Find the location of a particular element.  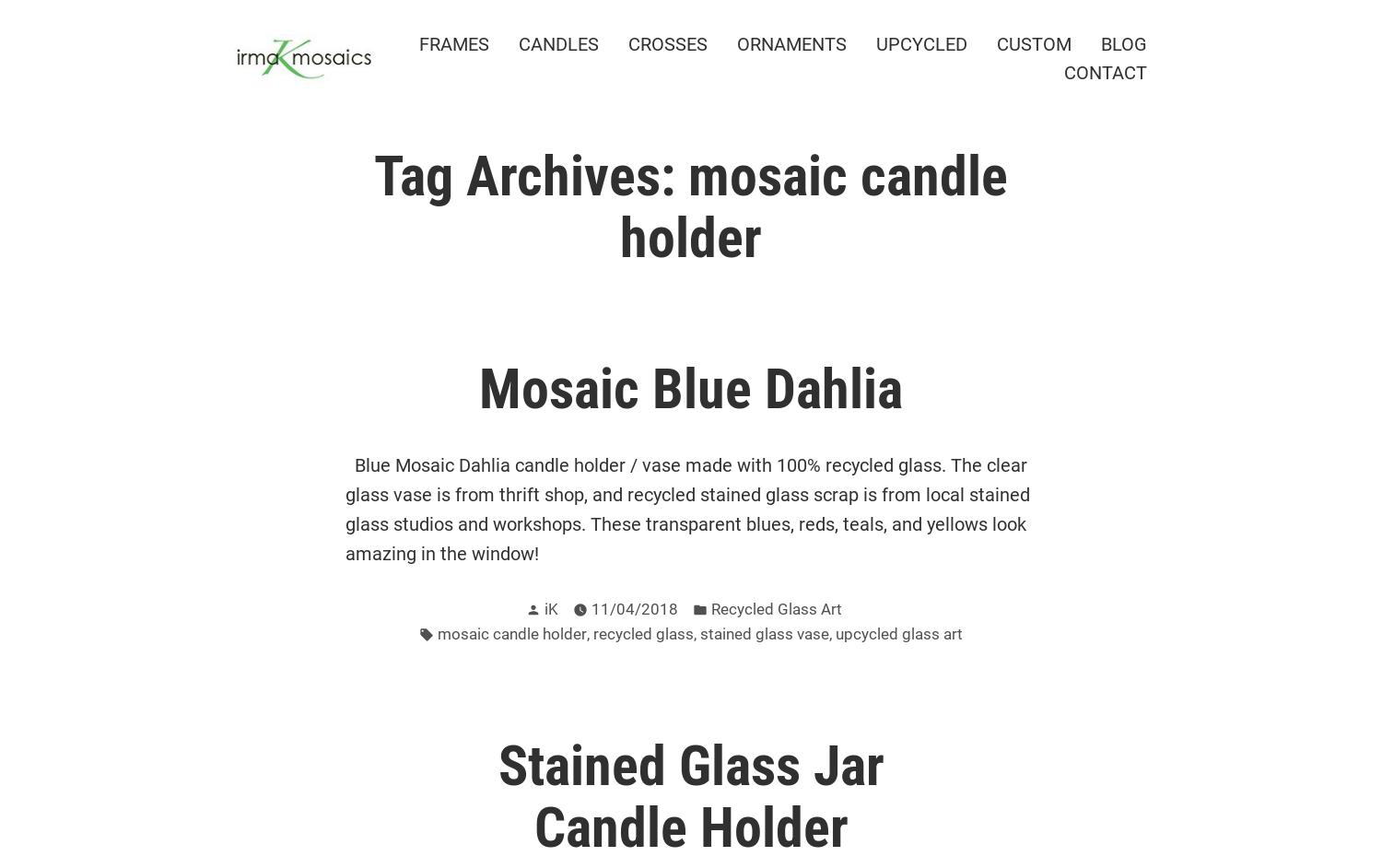

'iK' is located at coordinates (549, 609).